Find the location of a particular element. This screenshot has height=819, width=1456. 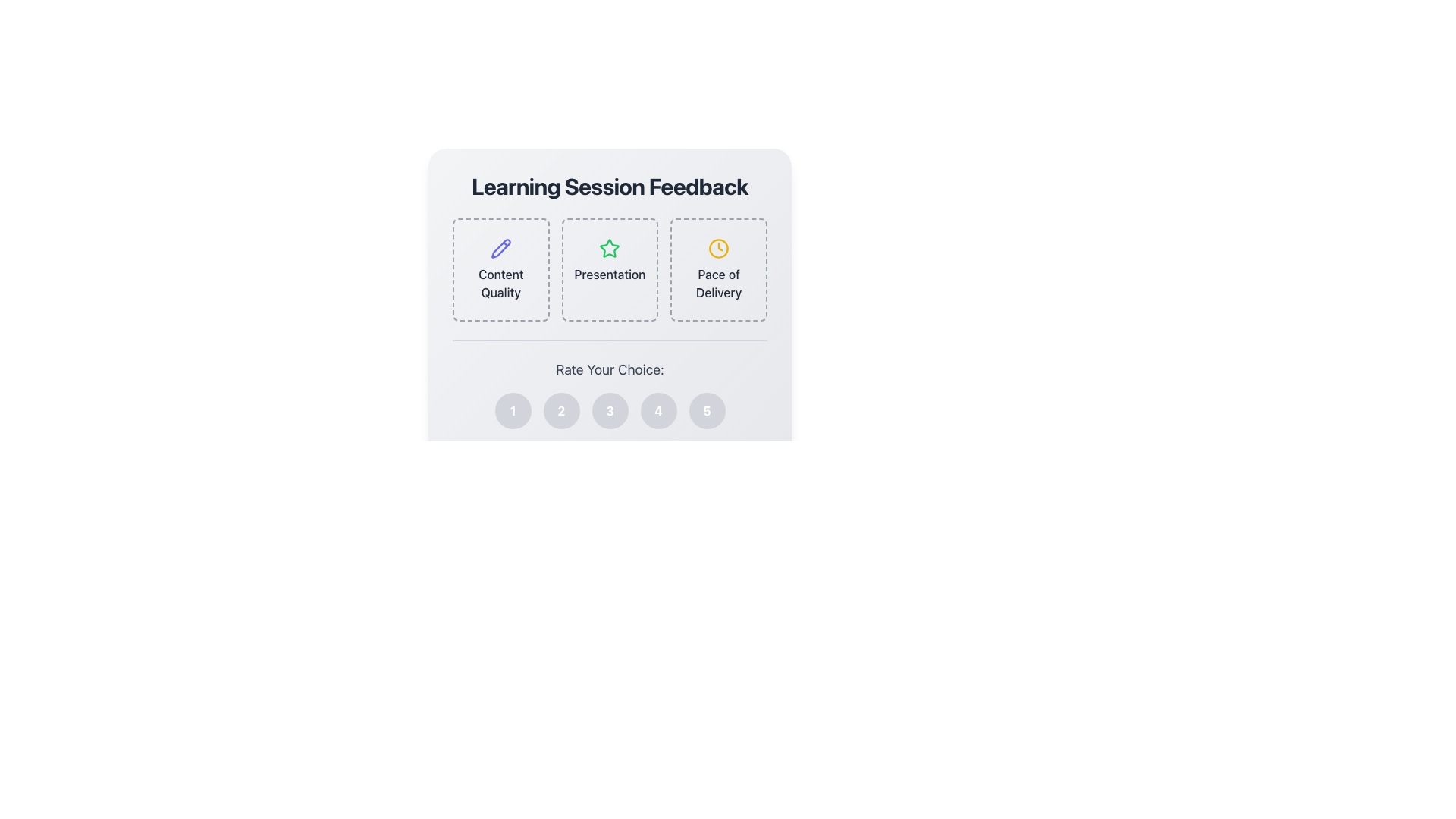

the 'Content Quality' text label, which is styled in medium-weight gray font and located below an icon within a dashed bordered rectangular area is located at coordinates (500, 284).